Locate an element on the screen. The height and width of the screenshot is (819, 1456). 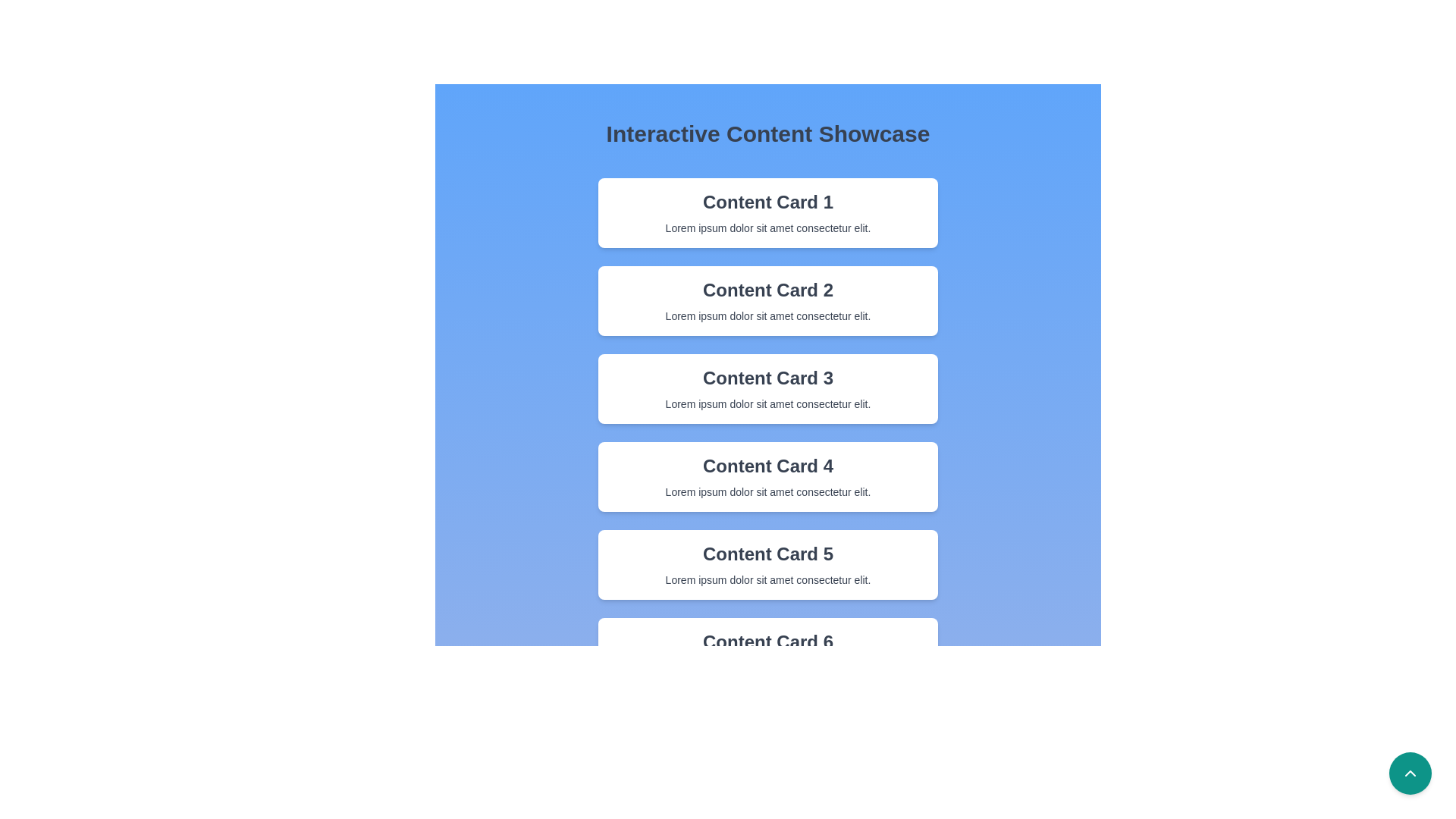
the text element that reads 'Lorem ipsum dolor sit amet consectetur elit.' which is located below the title 'Content Card 4' within the content card component is located at coordinates (767, 491).